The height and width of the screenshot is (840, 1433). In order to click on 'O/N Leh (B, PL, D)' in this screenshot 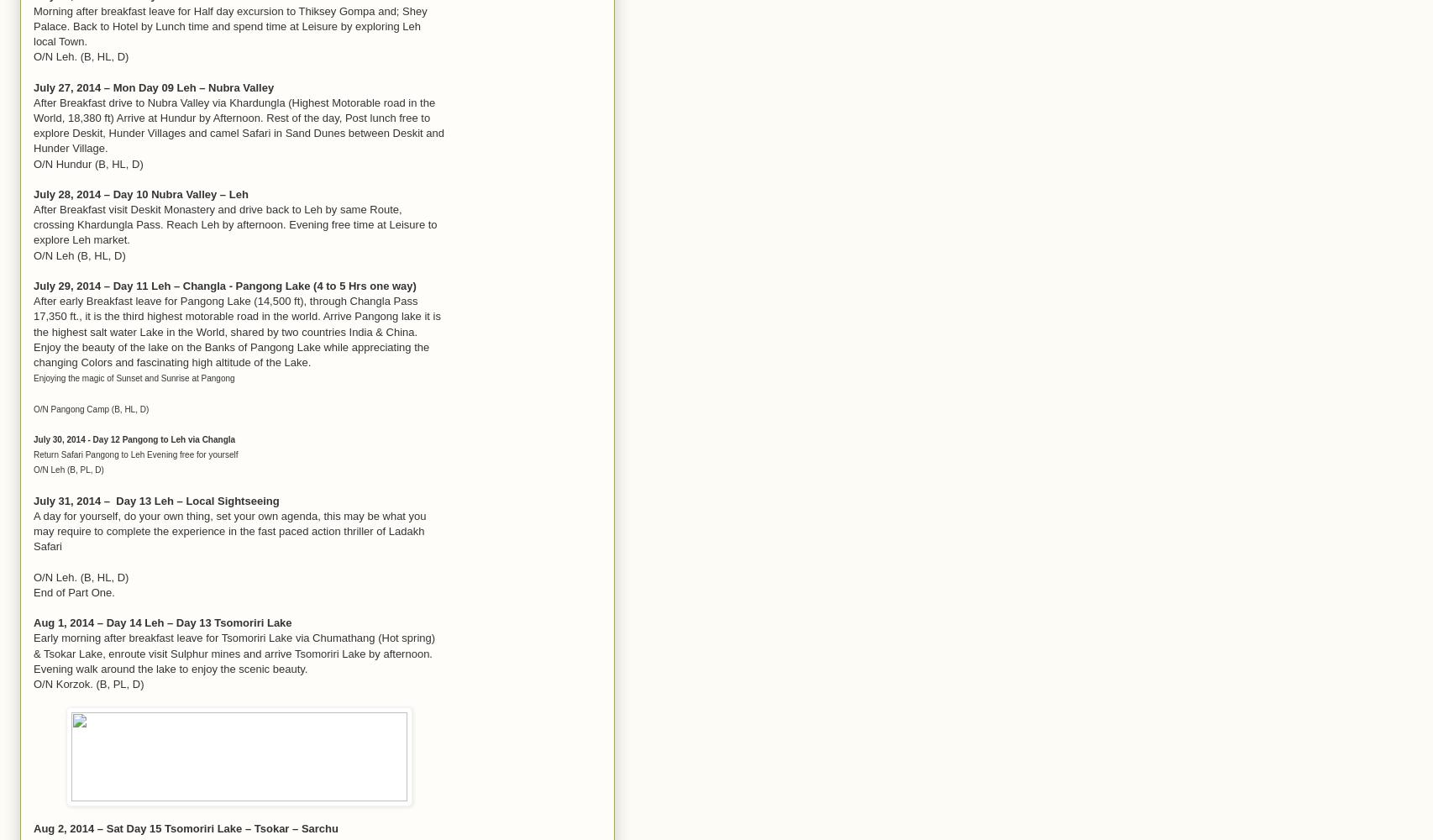, I will do `click(68, 470)`.